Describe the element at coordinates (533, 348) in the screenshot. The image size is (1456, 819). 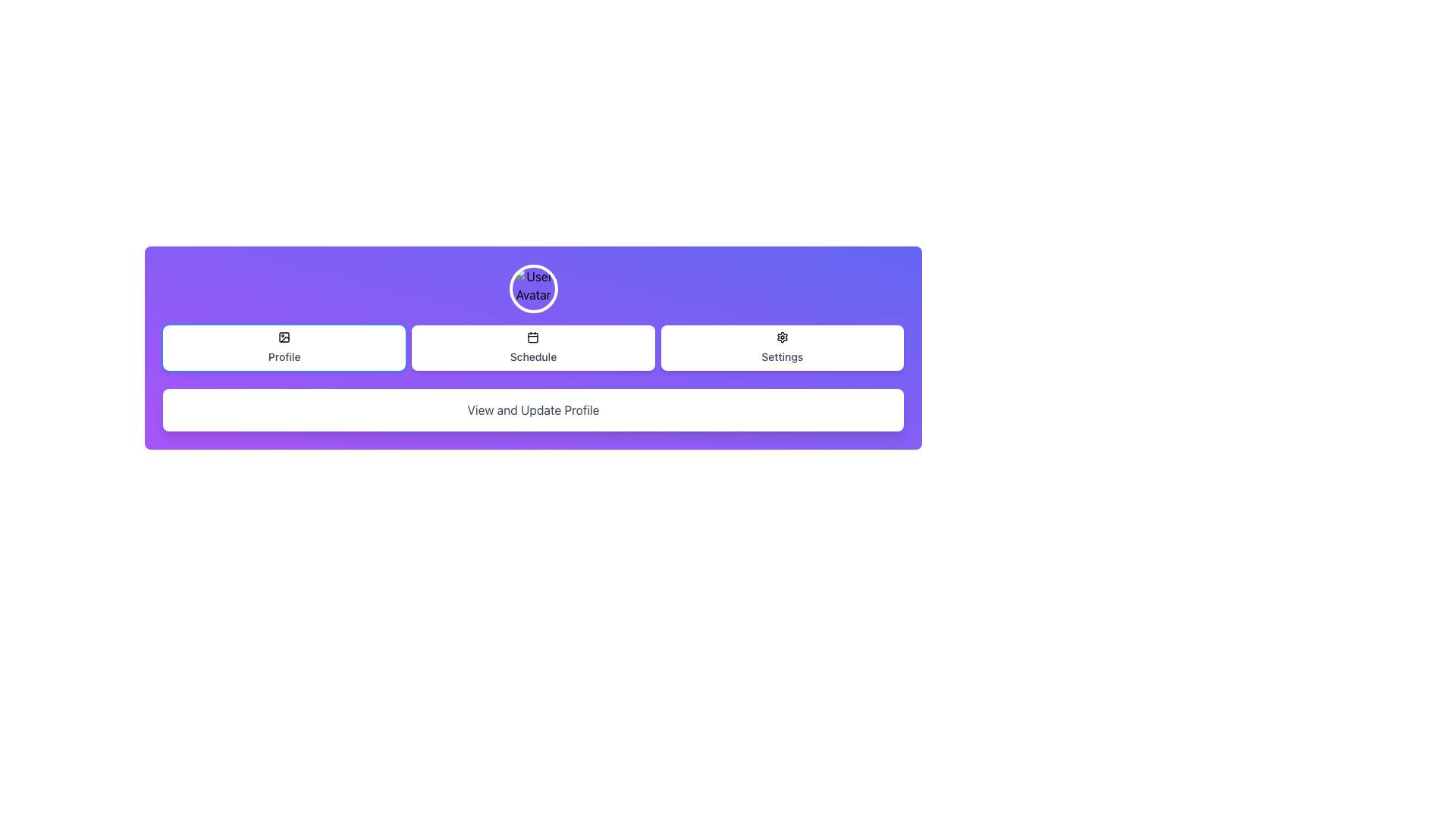
I see `the 'Schedule' button in the middle section of three horizontally aligned sections labeled 'Profile', 'Schedule', and 'Settings'` at that location.